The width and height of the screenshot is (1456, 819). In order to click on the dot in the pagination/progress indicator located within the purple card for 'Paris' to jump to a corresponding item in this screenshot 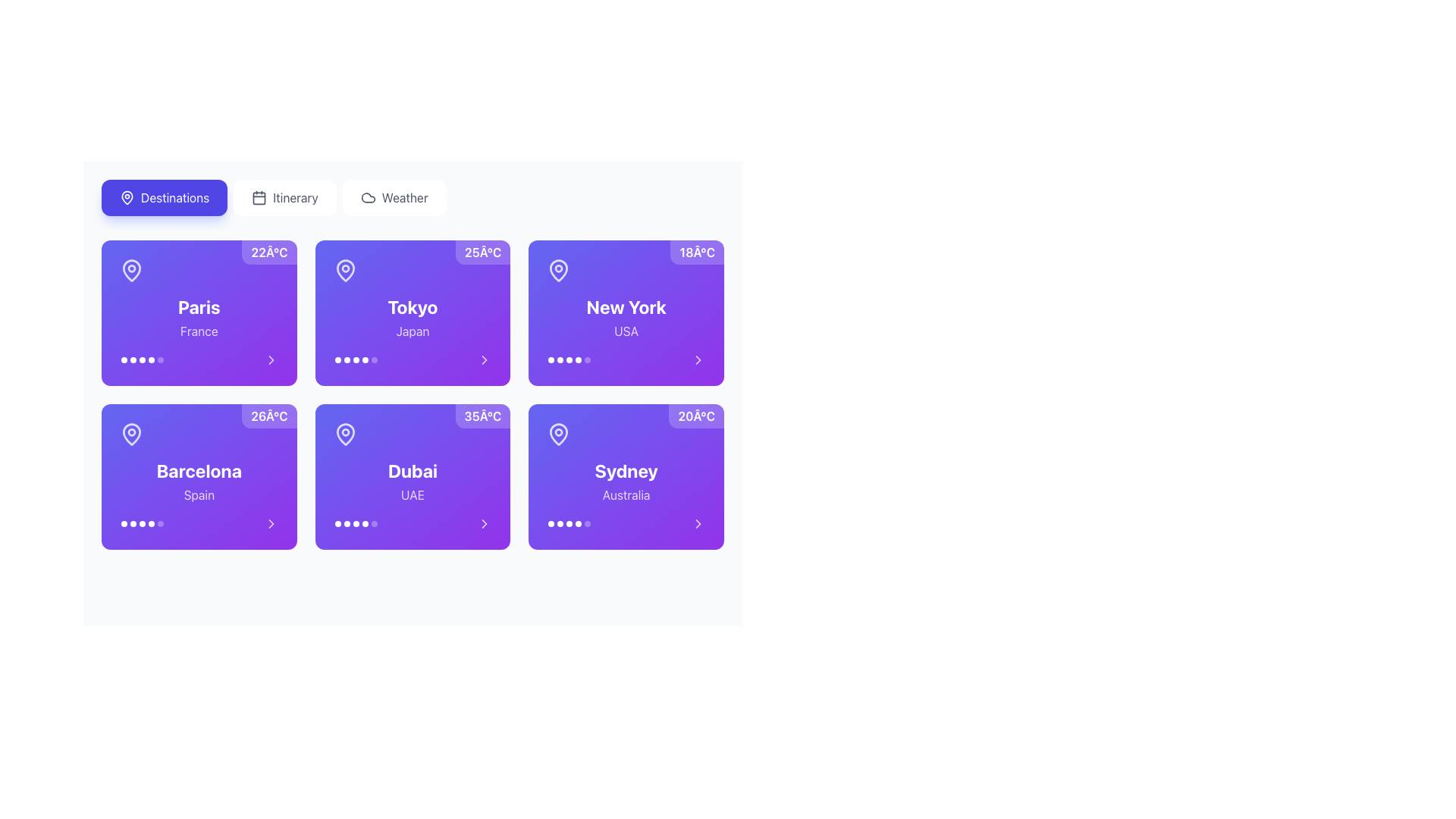, I will do `click(198, 359)`.